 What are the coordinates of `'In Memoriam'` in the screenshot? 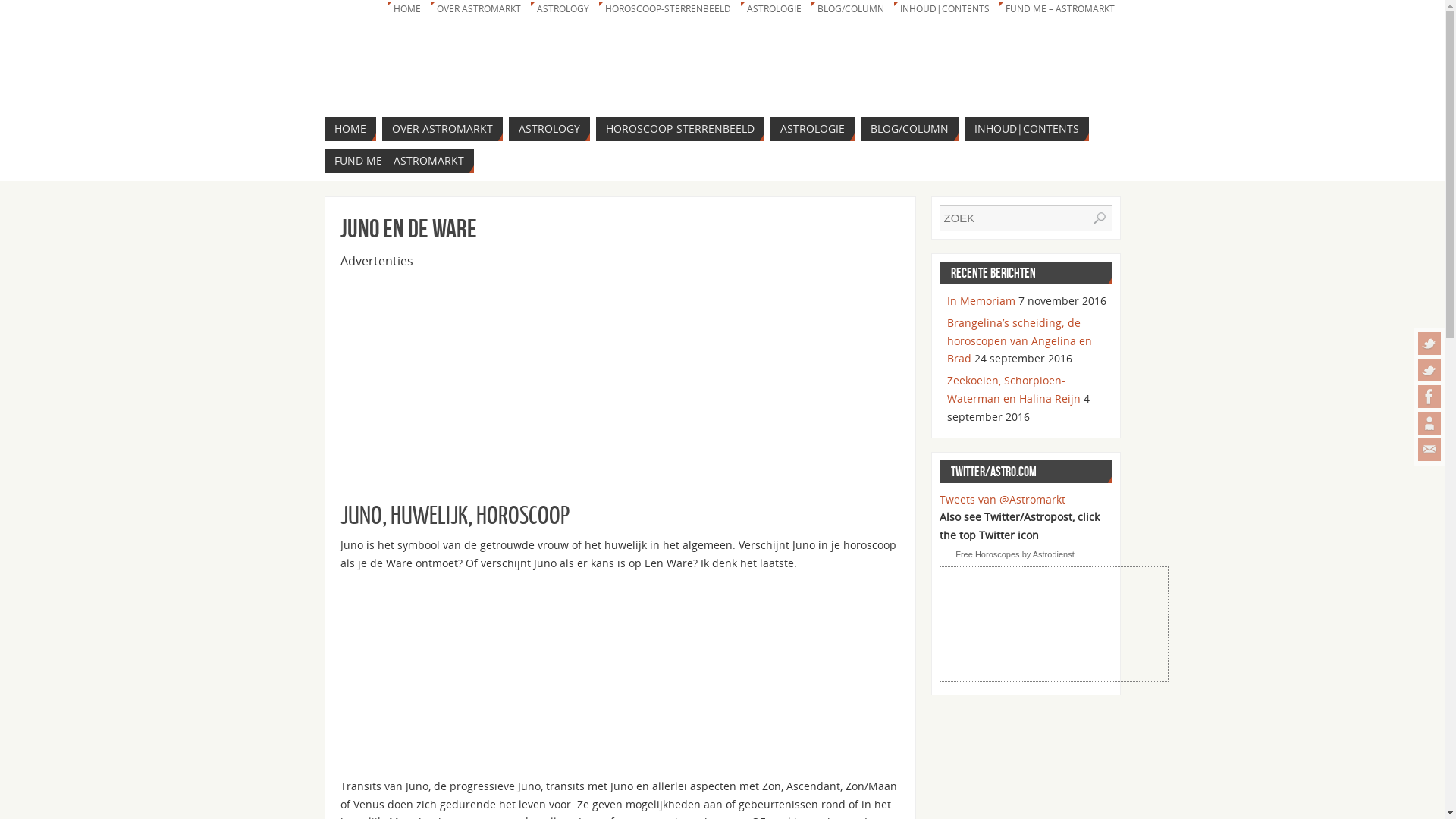 It's located at (980, 300).